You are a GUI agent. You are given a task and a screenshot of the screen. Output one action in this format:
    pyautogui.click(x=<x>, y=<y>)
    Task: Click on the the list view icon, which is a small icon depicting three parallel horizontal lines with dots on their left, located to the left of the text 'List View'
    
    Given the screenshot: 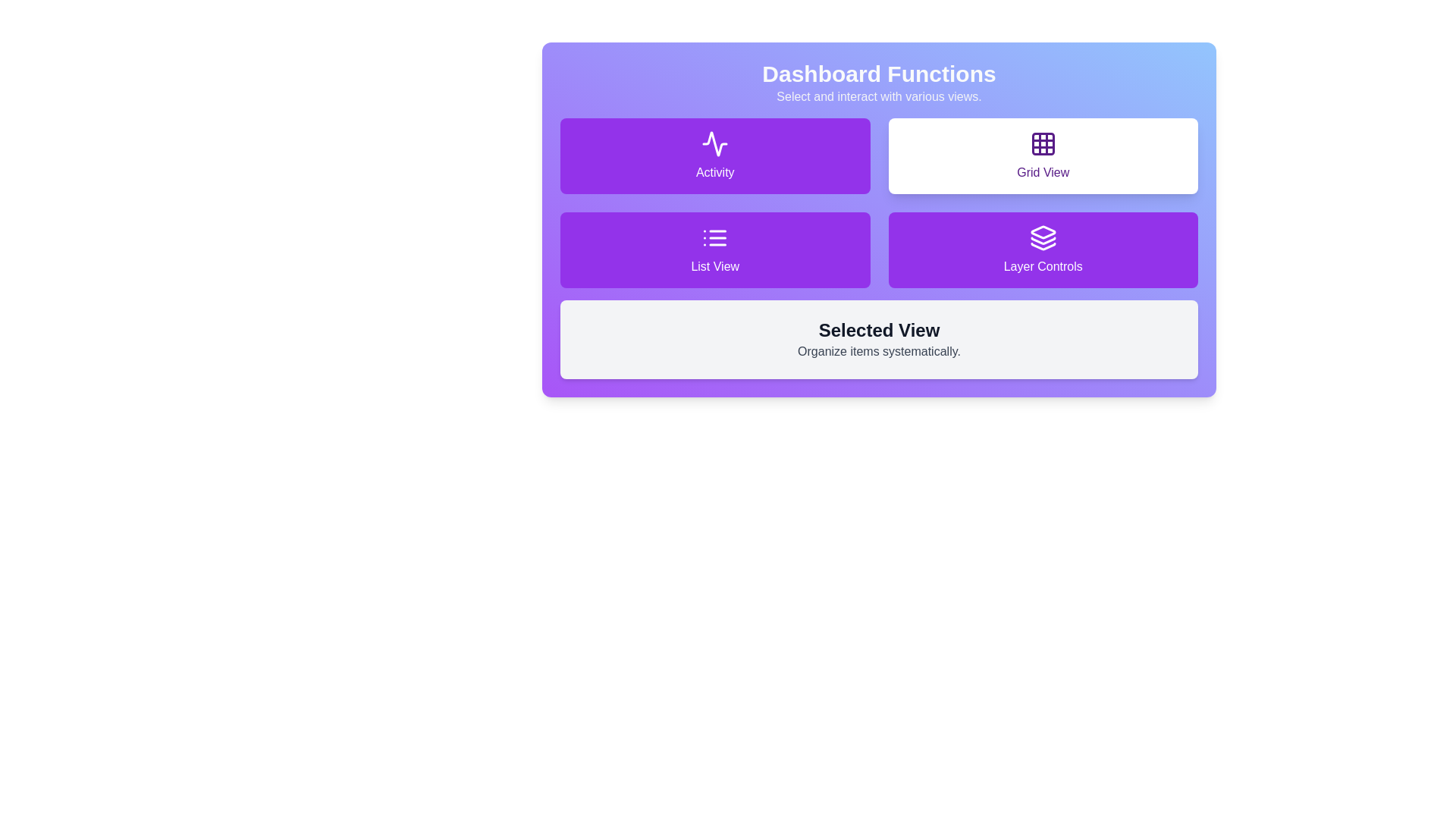 What is the action you would take?
    pyautogui.click(x=714, y=237)
    